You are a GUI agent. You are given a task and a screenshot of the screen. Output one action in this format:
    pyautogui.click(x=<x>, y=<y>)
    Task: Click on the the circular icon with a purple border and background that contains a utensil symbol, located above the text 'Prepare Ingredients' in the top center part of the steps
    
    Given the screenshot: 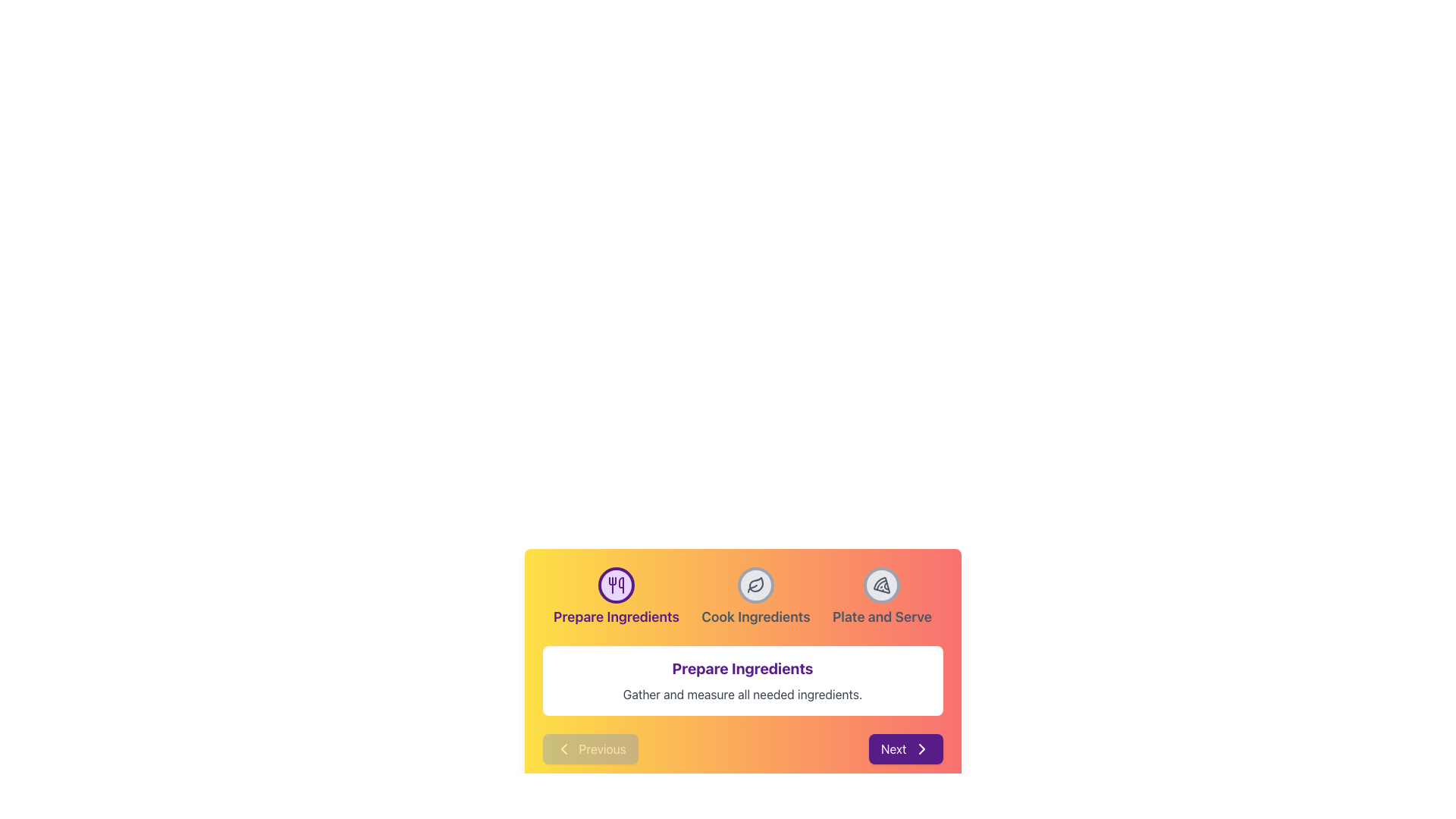 What is the action you would take?
    pyautogui.click(x=617, y=584)
    